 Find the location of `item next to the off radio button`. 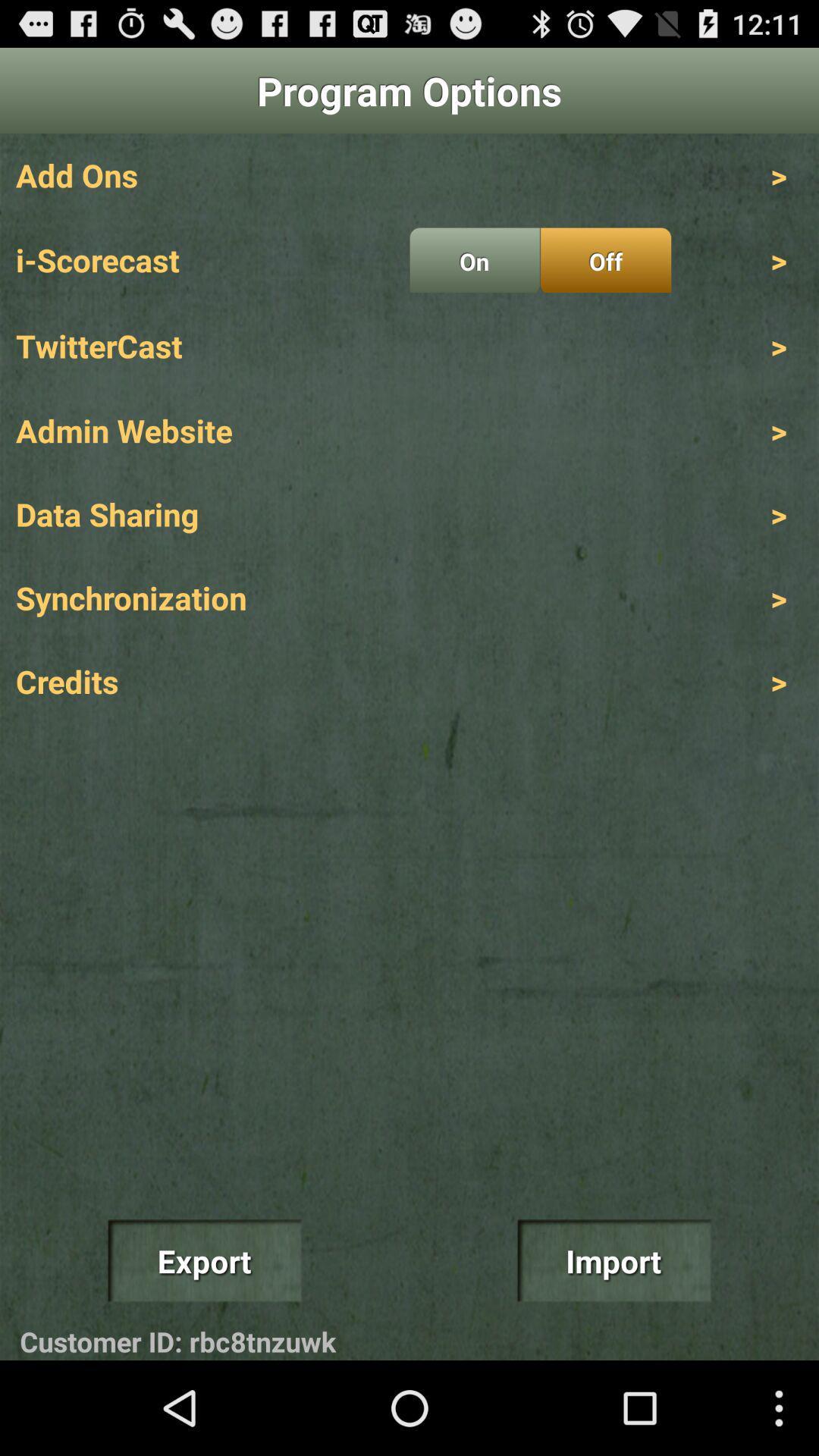

item next to the off radio button is located at coordinates (474, 260).